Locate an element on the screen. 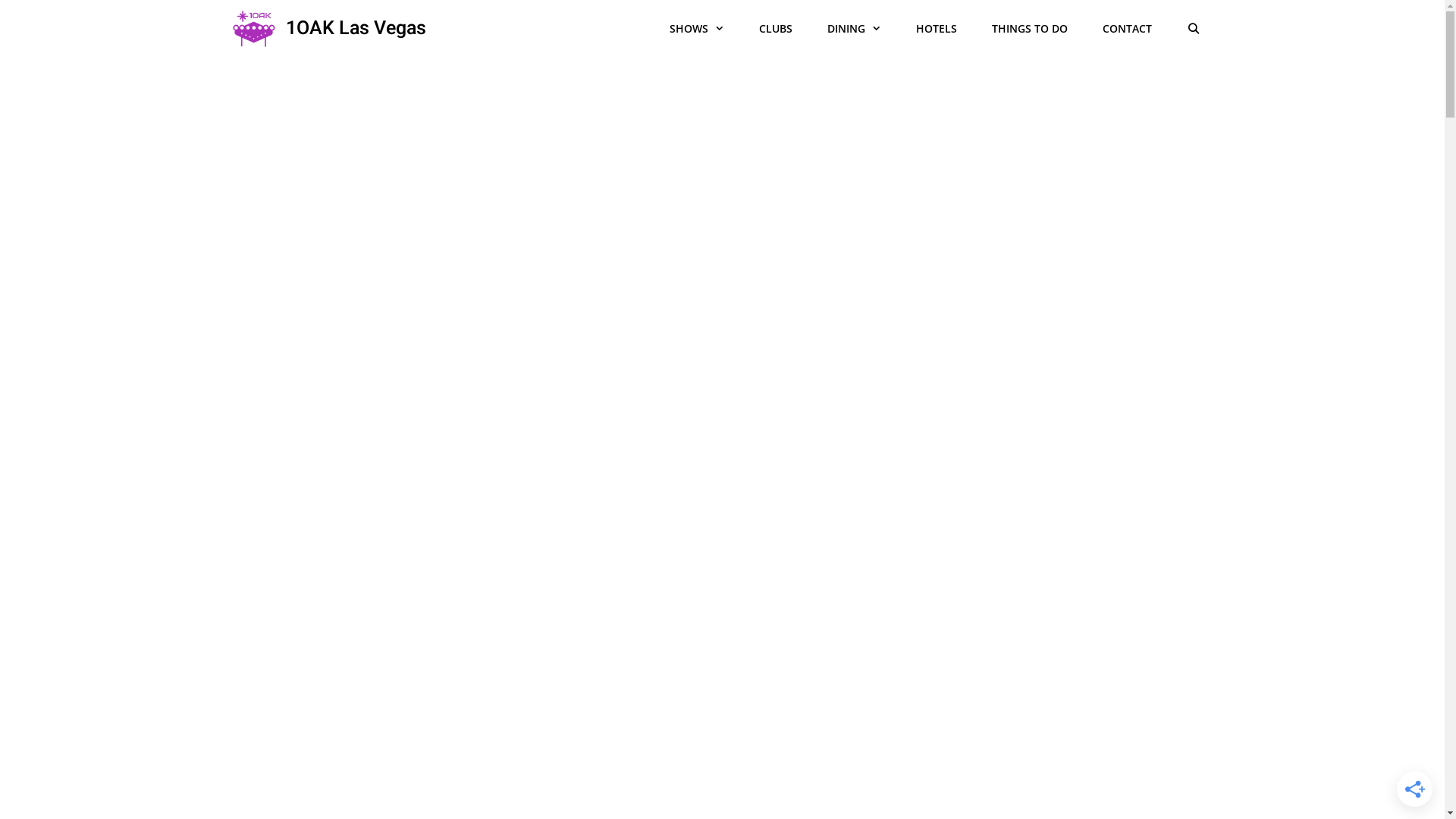  '1OAK Las Vegas' is located at coordinates (253, 29).